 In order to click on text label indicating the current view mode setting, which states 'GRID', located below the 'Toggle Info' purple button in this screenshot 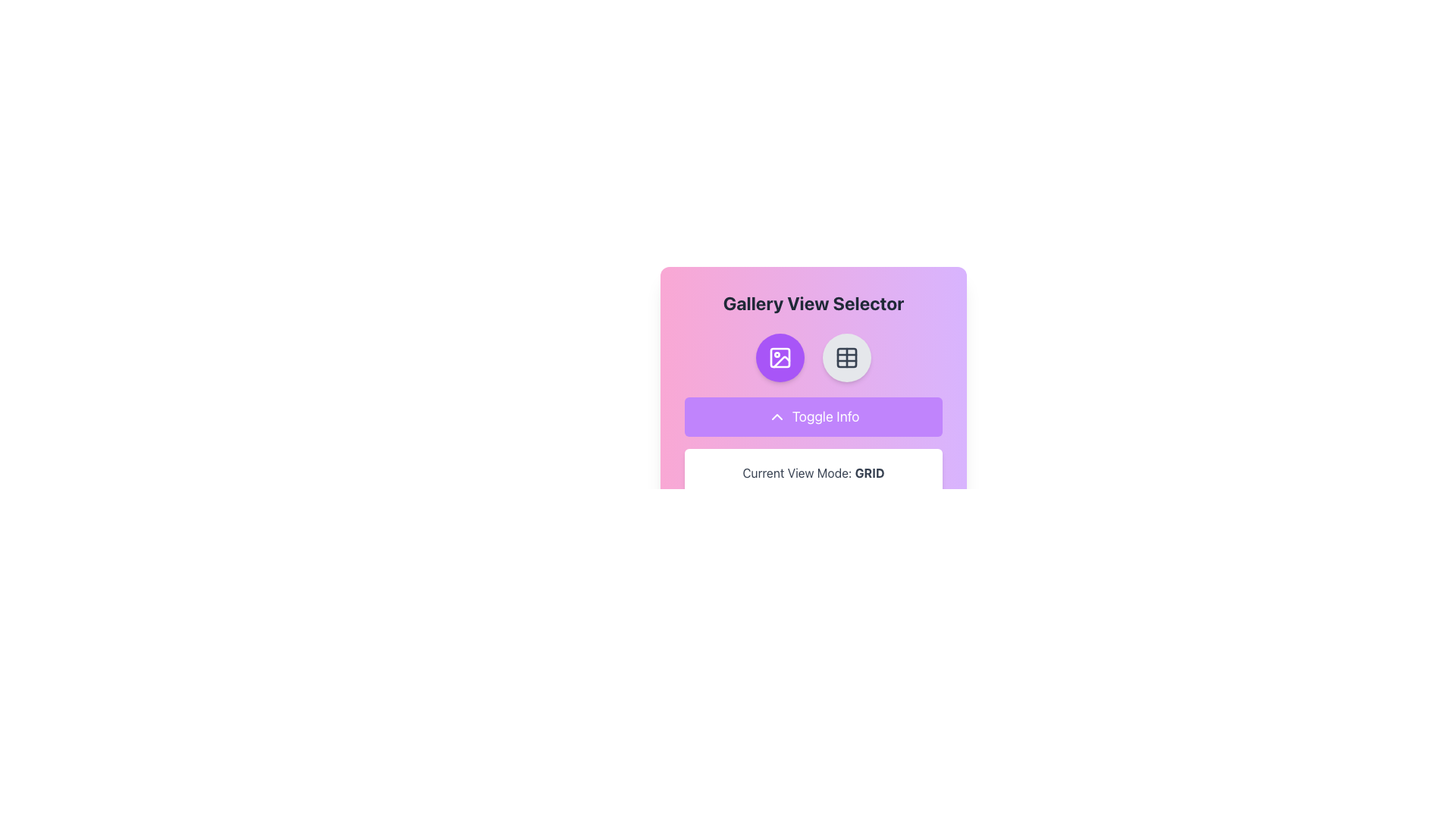, I will do `click(813, 472)`.